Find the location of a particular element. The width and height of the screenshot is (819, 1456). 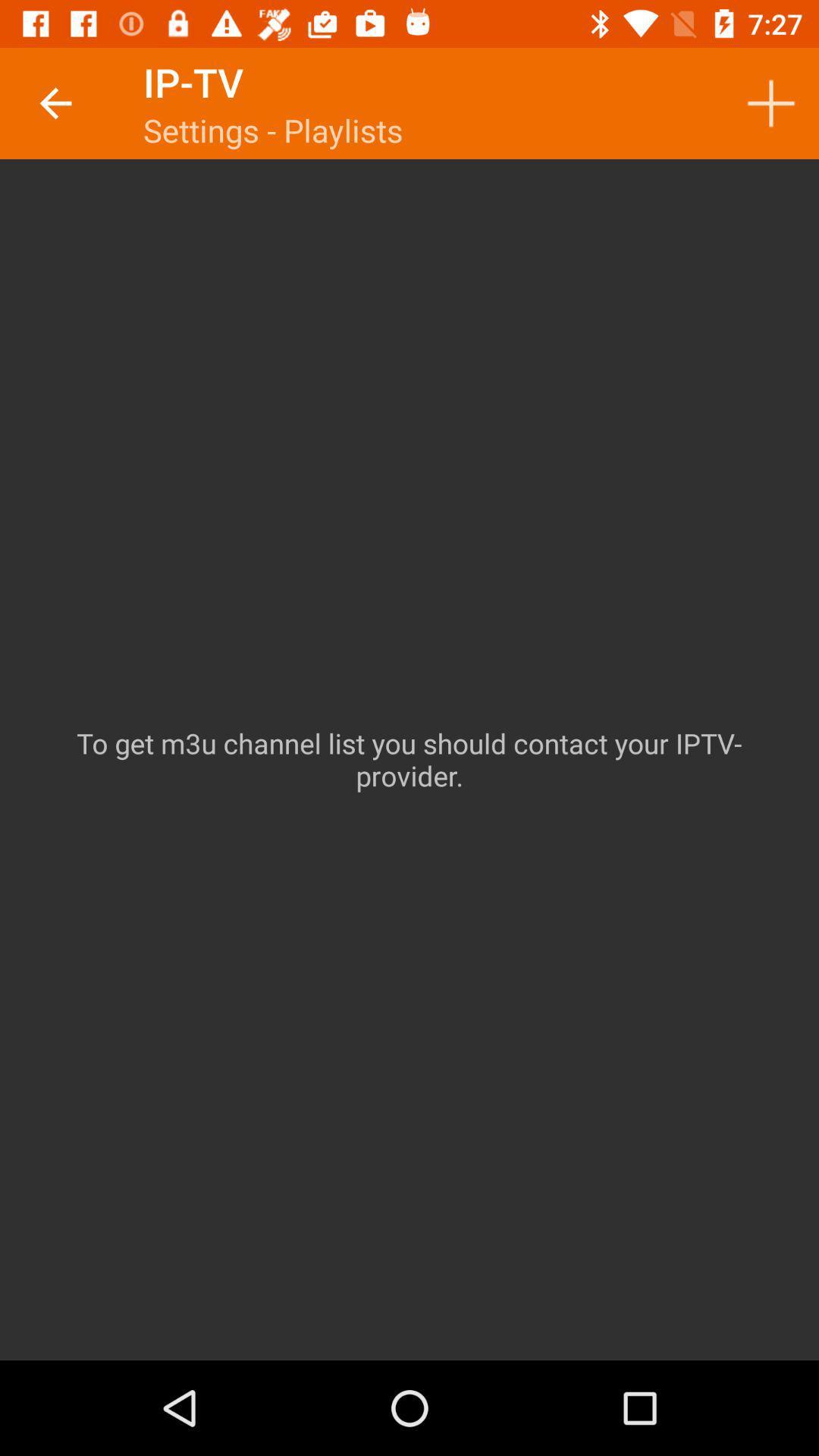

item next to settings - playlists icon is located at coordinates (771, 102).